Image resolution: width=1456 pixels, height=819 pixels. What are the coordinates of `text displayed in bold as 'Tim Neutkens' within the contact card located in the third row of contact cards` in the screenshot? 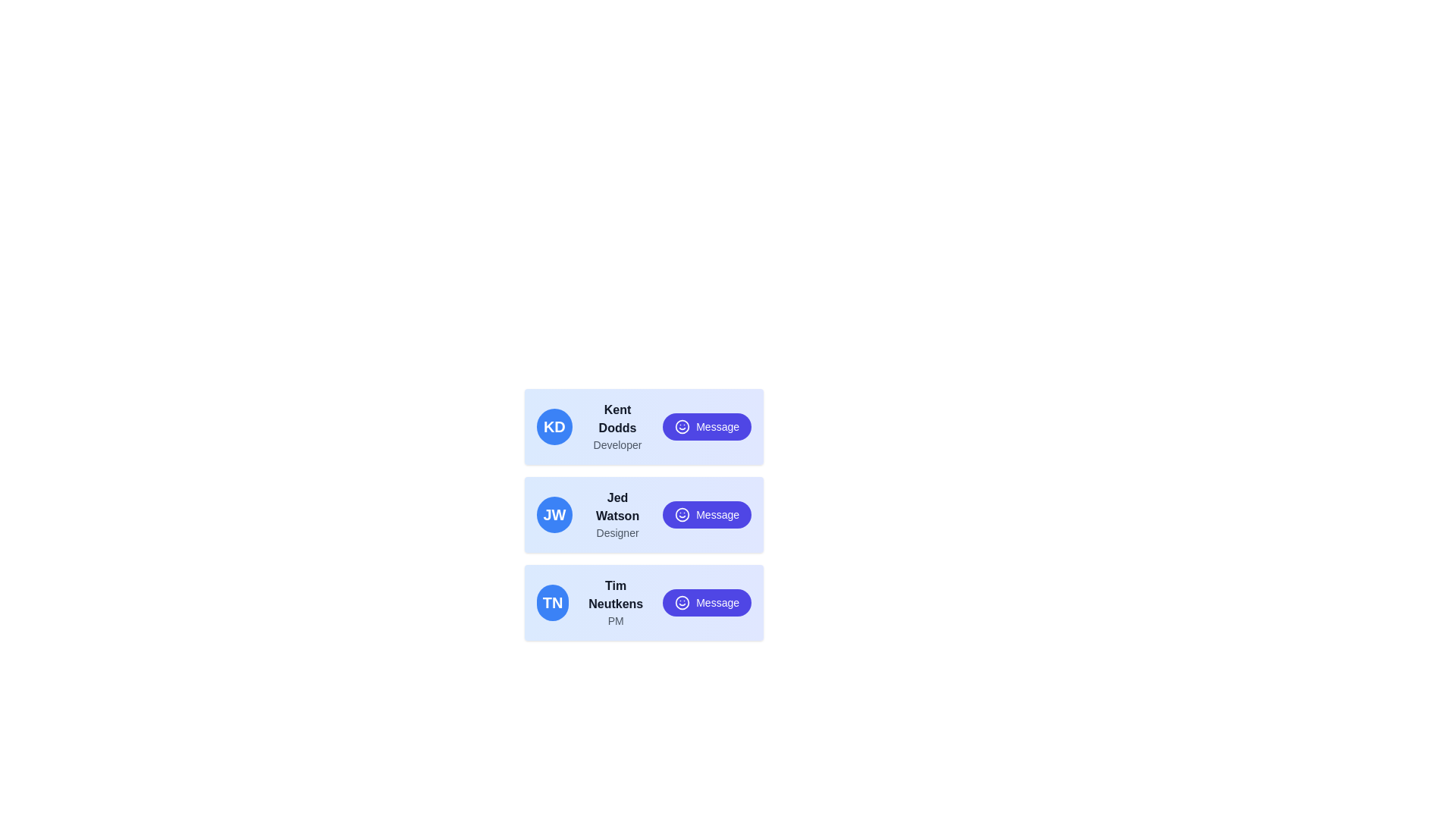 It's located at (616, 595).